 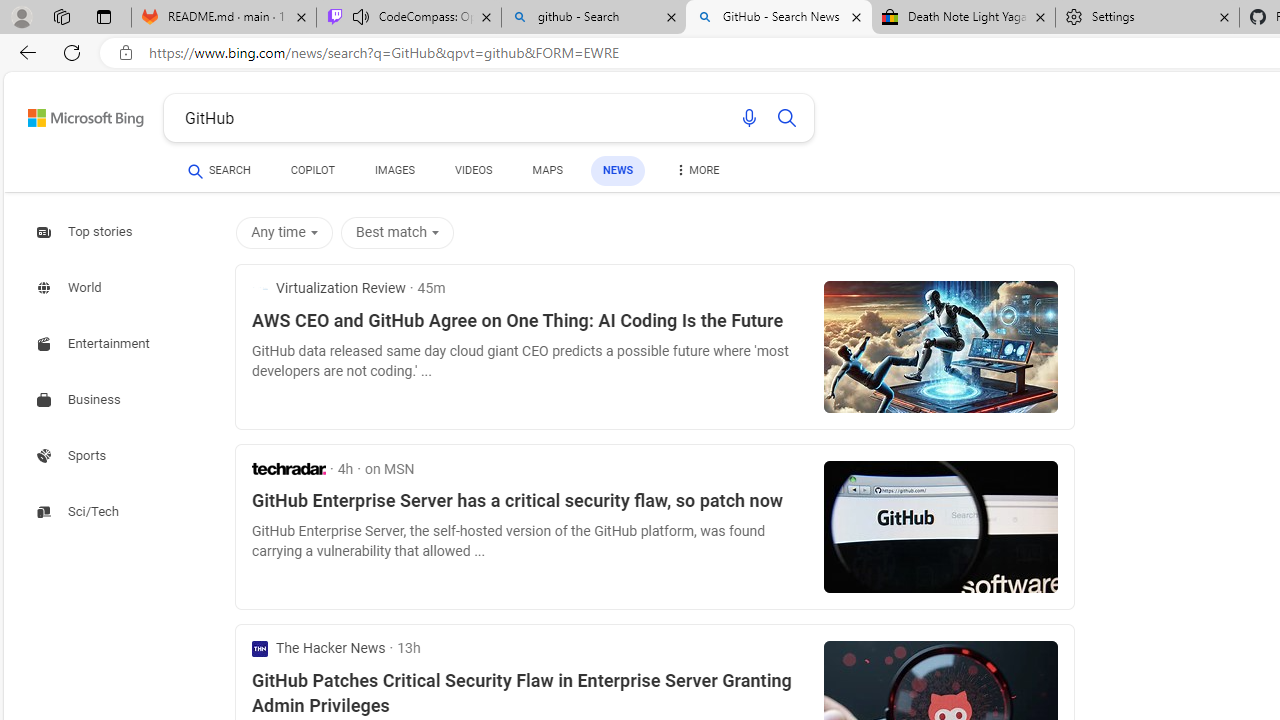 I want to click on 'Search news from The Hacker News', so click(x=318, y=648).